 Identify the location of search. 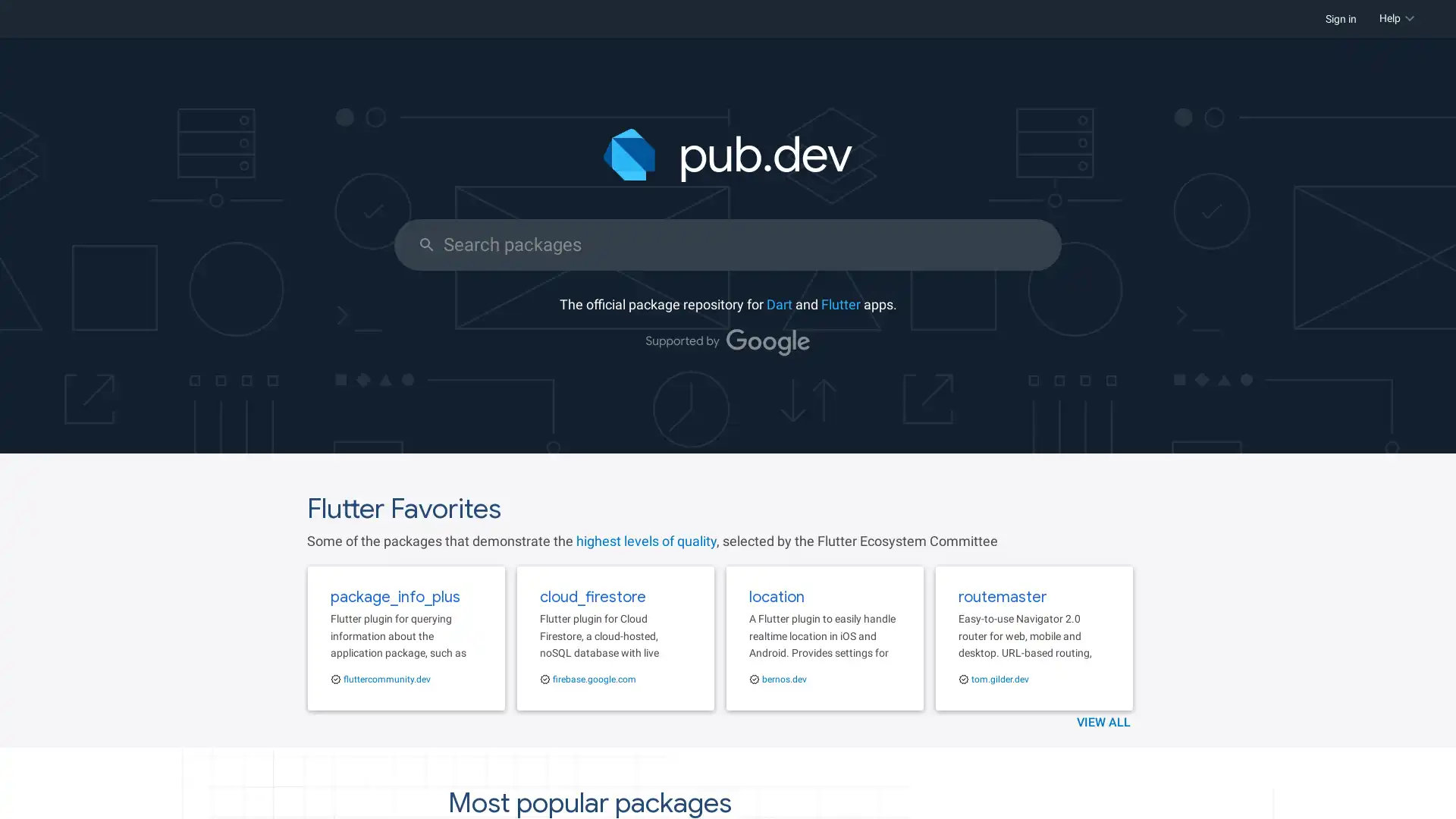
(425, 243).